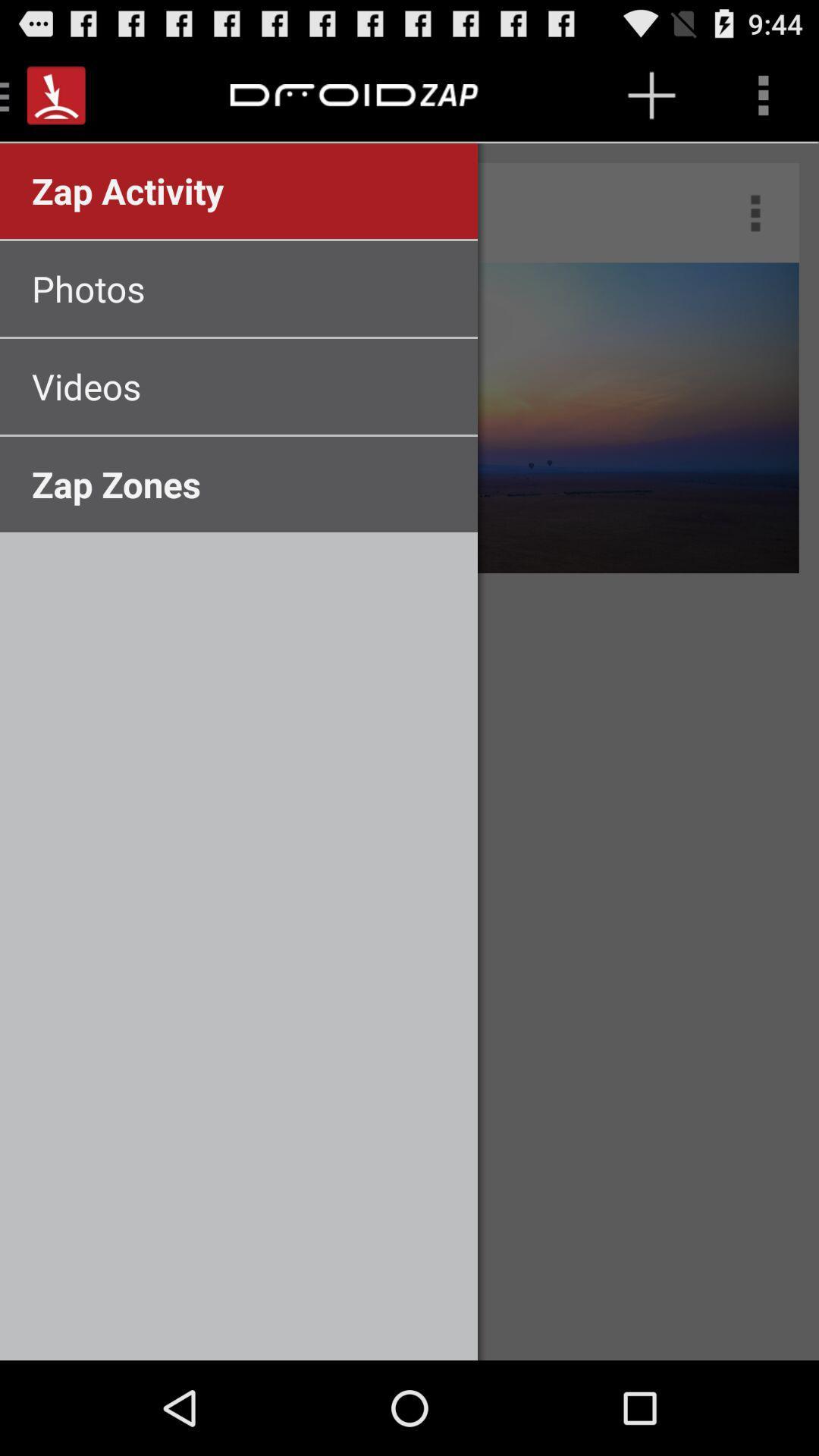 This screenshot has width=819, height=1456. What do you see at coordinates (651, 94) in the screenshot?
I see `plus symbol` at bounding box center [651, 94].